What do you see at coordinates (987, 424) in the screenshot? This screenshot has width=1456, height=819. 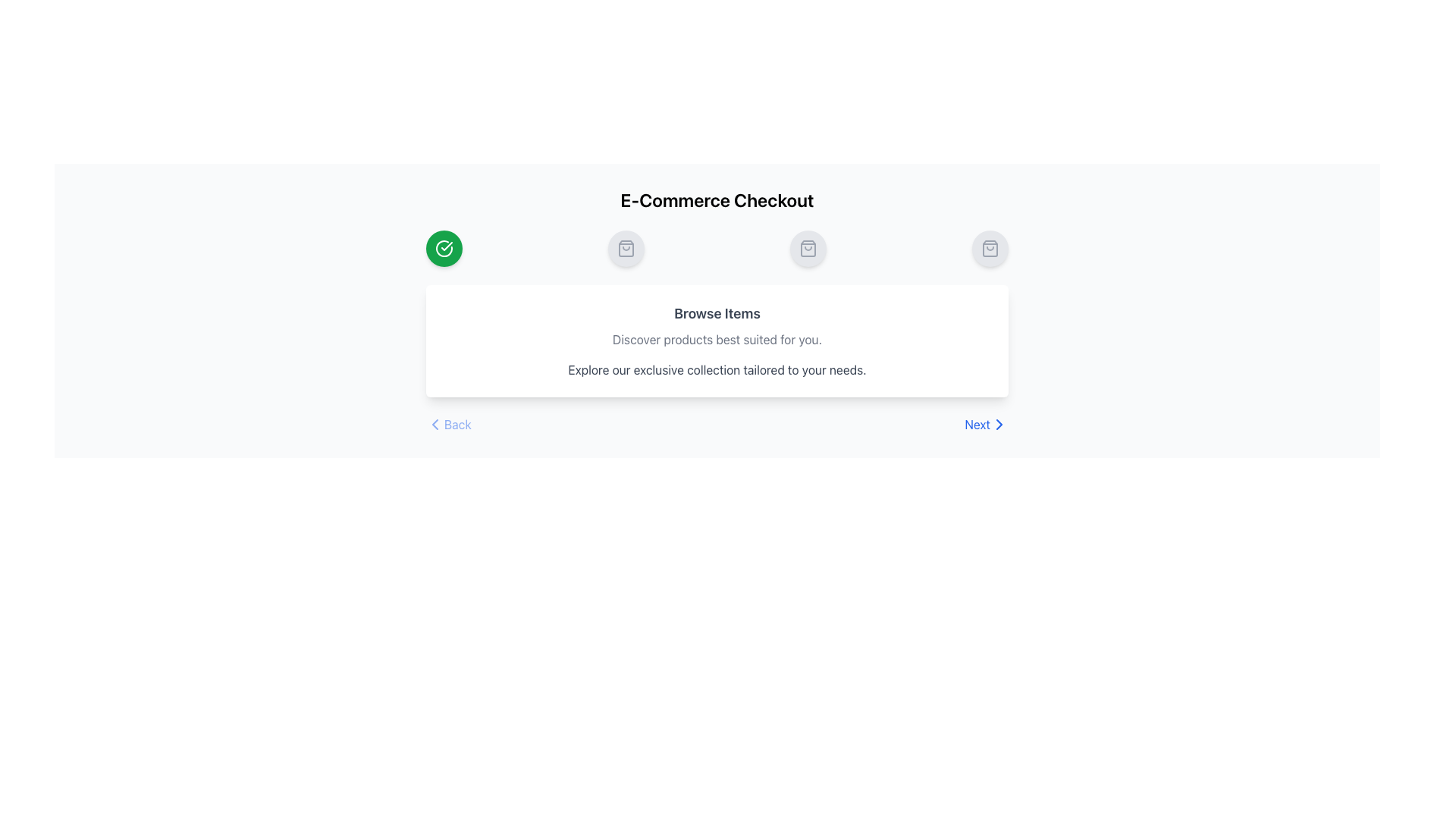 I see `the 'Next' button, which is a textual link styled in blue with a chevron arrow pointing right, located at the bottom-right section of the interface` at bounding box center [987, 424].